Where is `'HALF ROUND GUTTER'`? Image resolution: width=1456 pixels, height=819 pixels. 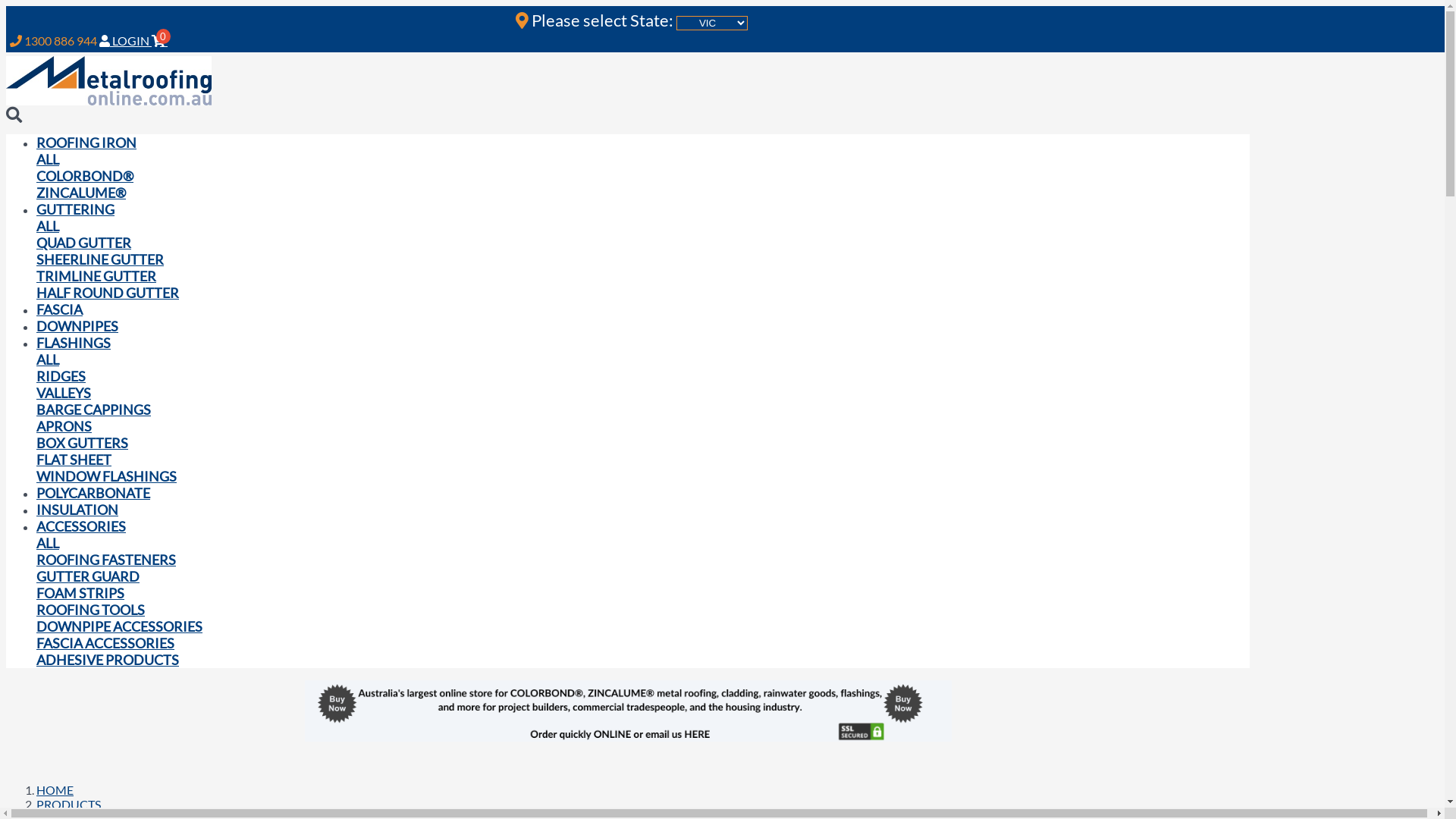 'HALF ROUND GUTTER' is located at coordinates (107, 292).